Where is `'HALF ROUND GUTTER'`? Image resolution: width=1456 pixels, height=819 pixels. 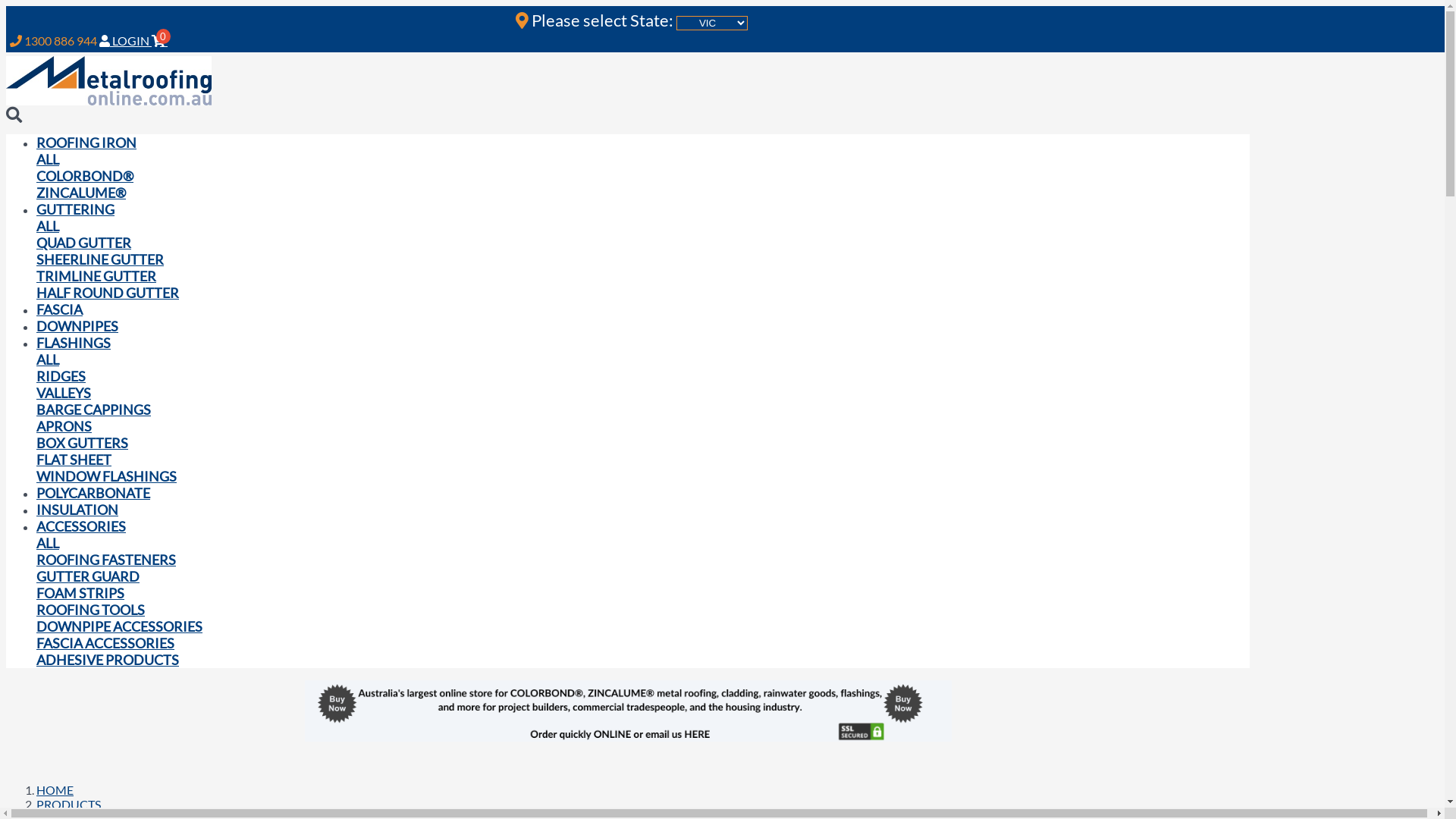 'HALF ROUND GUTTER' is located at coordinates (107, 292).